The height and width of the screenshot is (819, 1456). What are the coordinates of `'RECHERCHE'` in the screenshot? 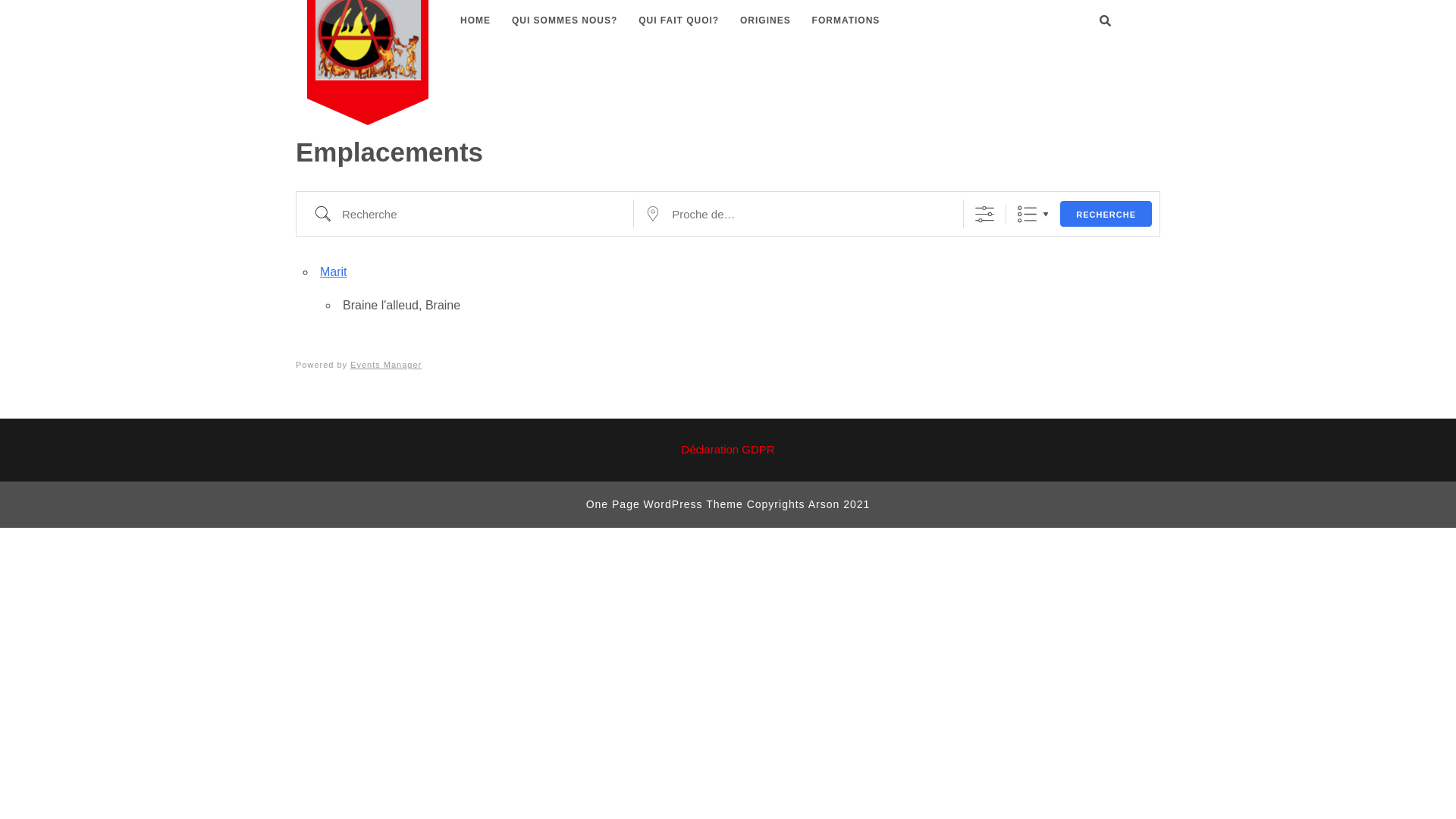 It's located at (1106, 213).